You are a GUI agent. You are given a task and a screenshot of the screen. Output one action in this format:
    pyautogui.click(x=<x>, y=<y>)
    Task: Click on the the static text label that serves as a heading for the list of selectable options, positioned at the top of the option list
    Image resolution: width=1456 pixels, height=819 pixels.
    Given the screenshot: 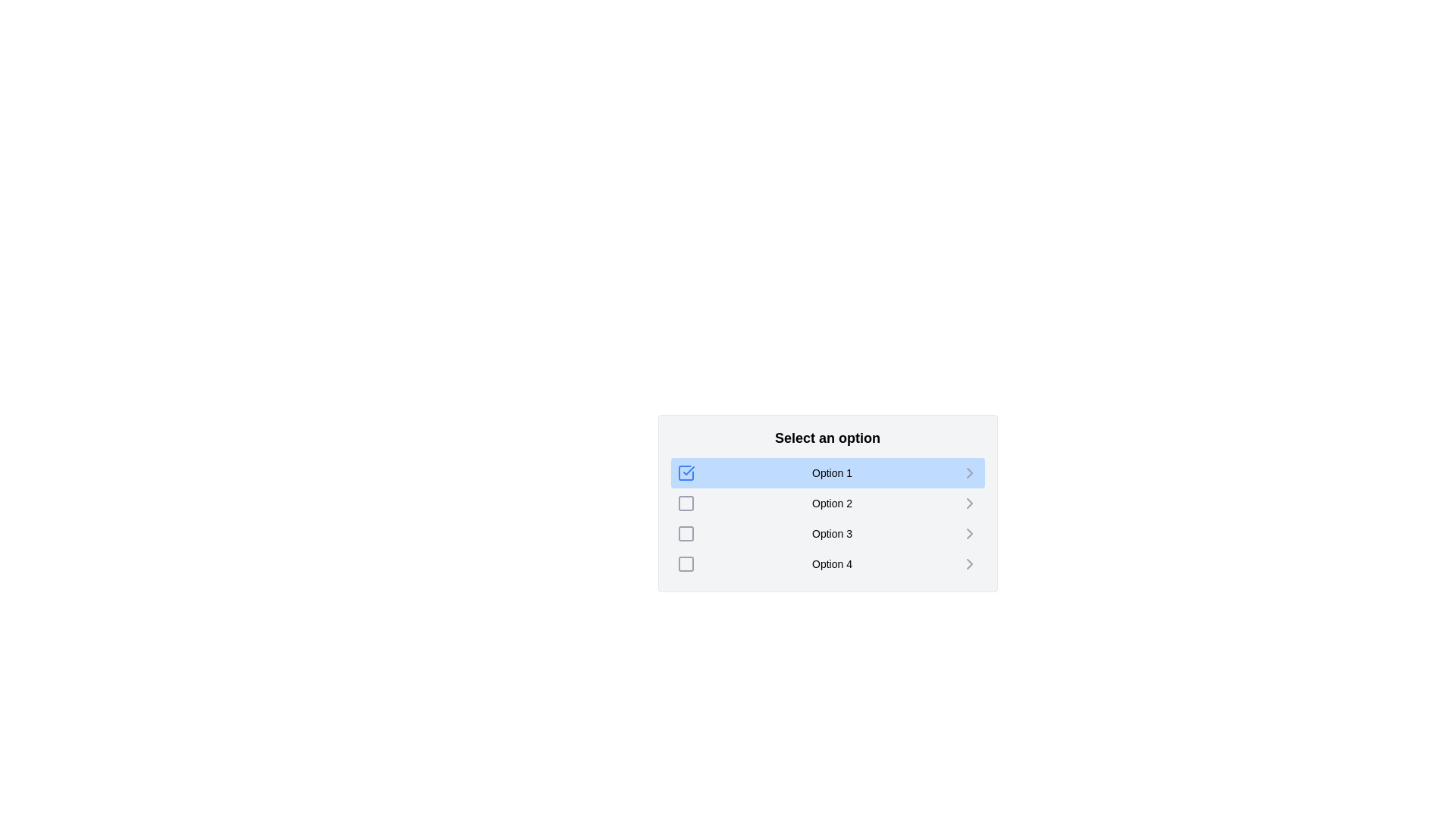 What is the action you would take?
    pyautogui.click(x=827, y=438)
    